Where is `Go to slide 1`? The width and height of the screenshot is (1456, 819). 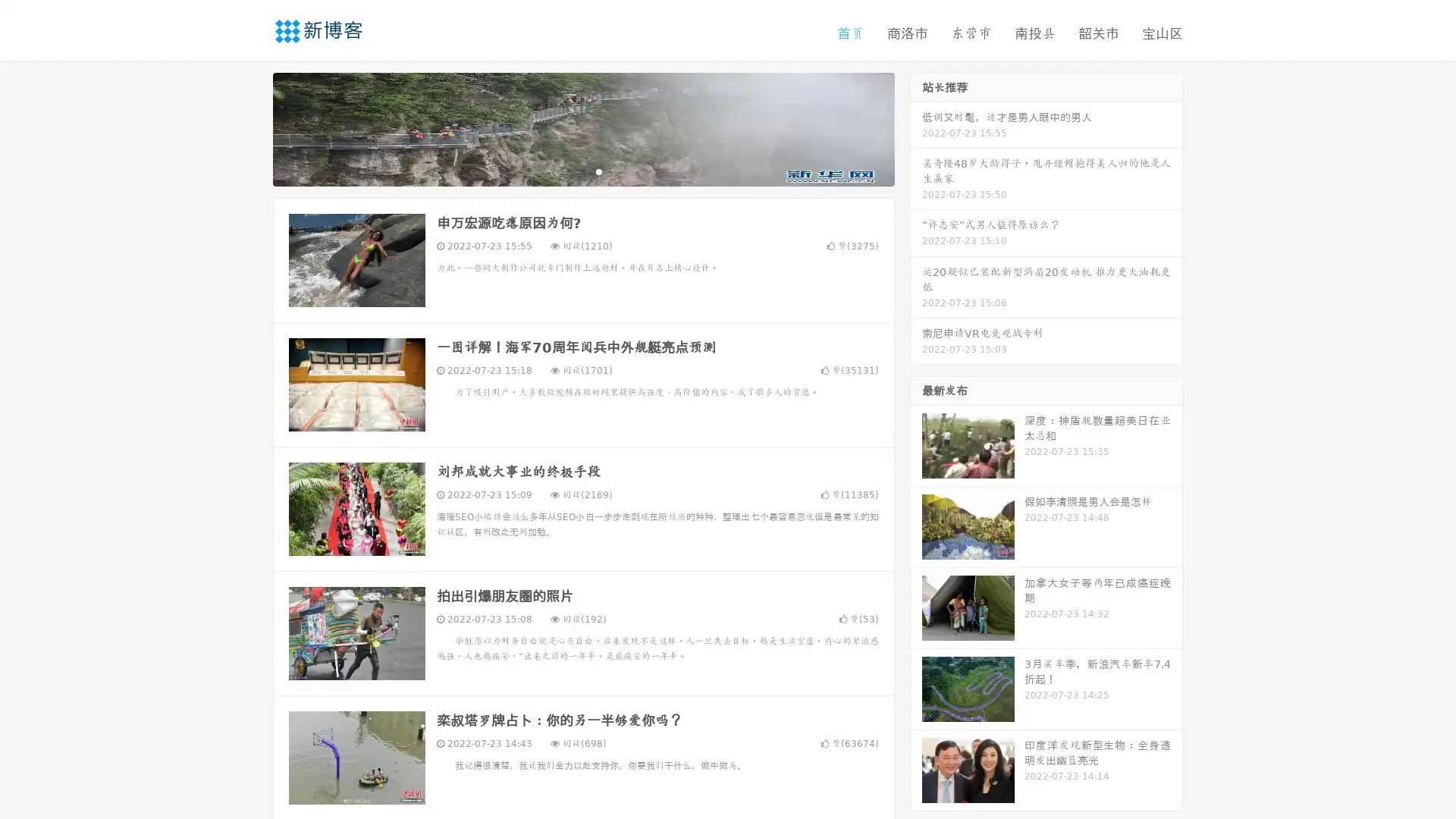 Go to slide 1 is located at coordinates (567, 171).